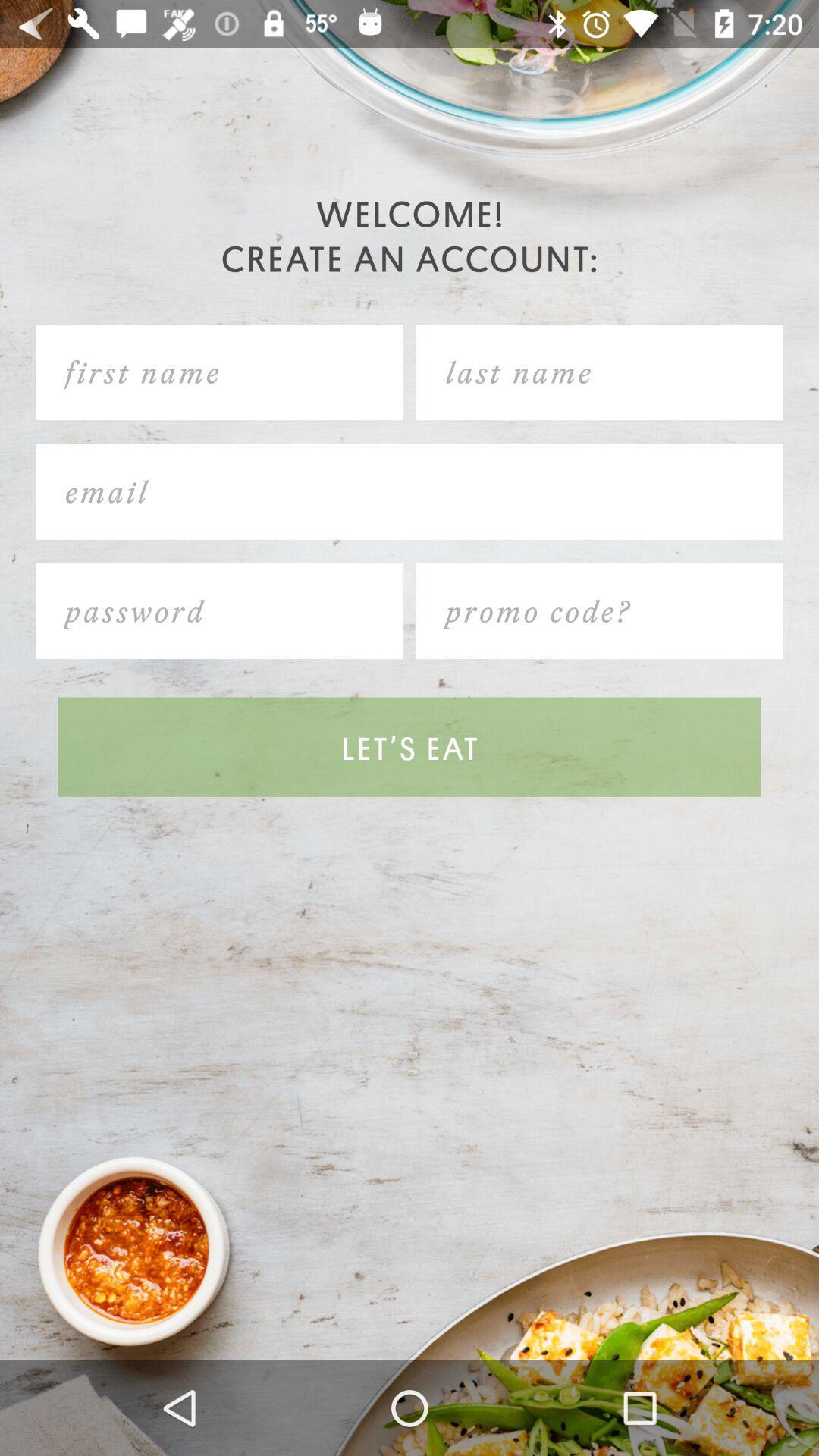 This screenshot has height=1456, width=819. Describe the element at coordinates (219, 611) in the screenshot. I see `your password` at that location.